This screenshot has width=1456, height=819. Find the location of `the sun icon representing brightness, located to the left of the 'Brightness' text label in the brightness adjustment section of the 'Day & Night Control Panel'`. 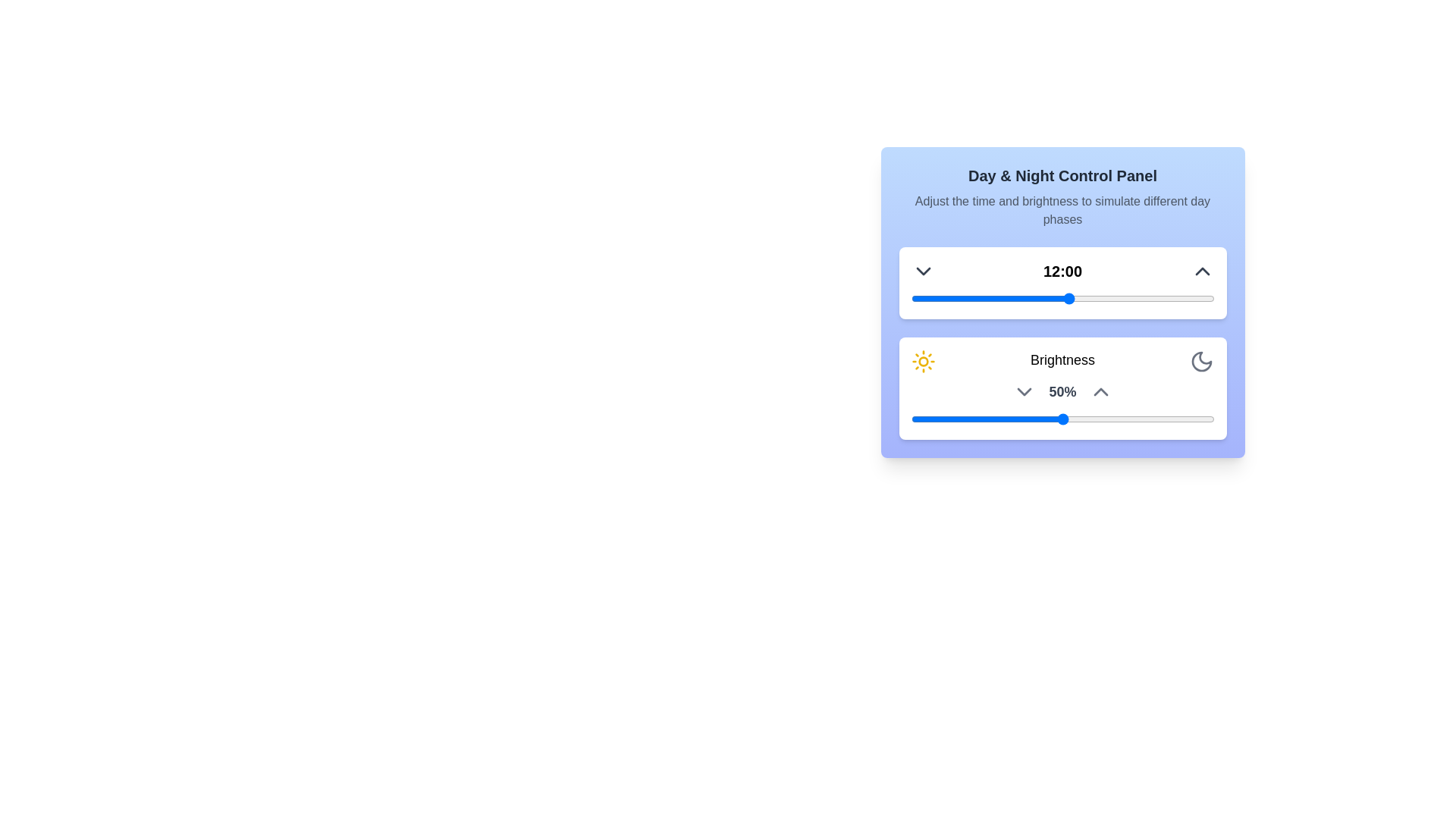

the sun icon representing brightness, located to the left of the 'Brightness' text label in the brightness adjustment section of the 'Day & Night Control Panel' is located at coordinates (922, 362).